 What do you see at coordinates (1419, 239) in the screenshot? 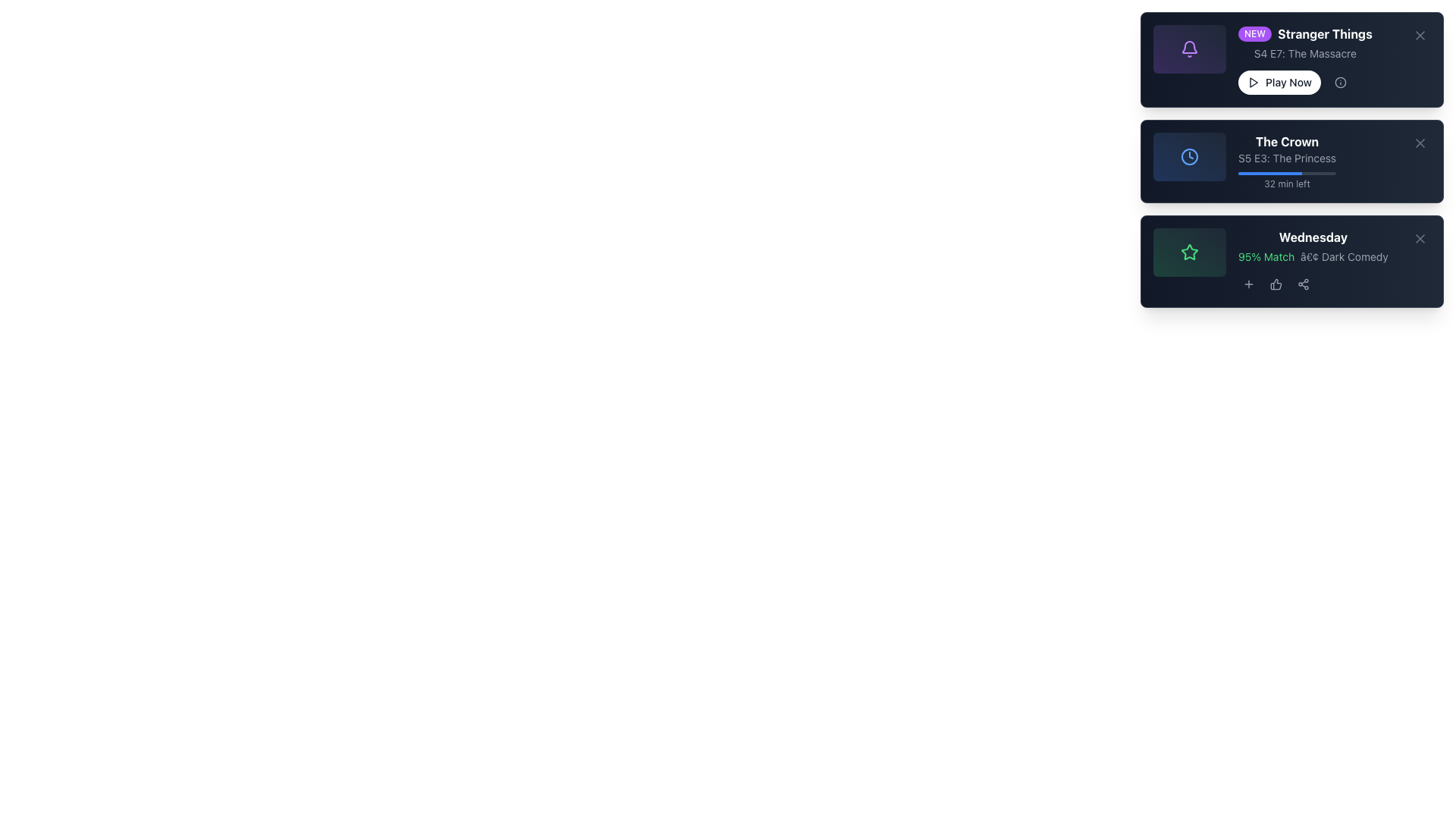
I see `the close icon located at the top-right corner of the 'Wednesday' card` at bounding box center [1419, 239].